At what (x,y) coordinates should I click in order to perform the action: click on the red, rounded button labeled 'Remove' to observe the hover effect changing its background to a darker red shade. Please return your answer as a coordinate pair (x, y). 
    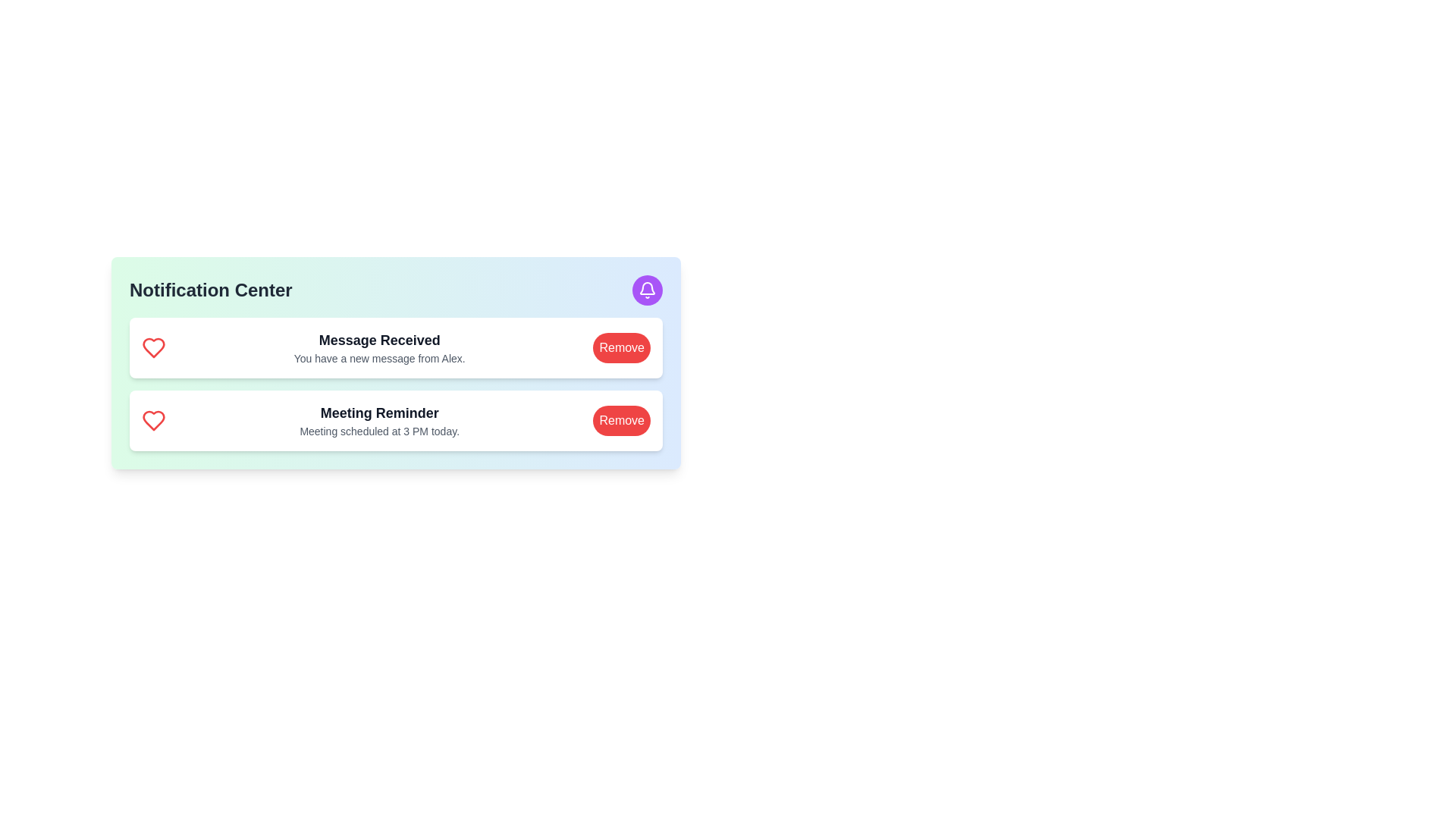
    Looking at the image, I should click on (622, 421).